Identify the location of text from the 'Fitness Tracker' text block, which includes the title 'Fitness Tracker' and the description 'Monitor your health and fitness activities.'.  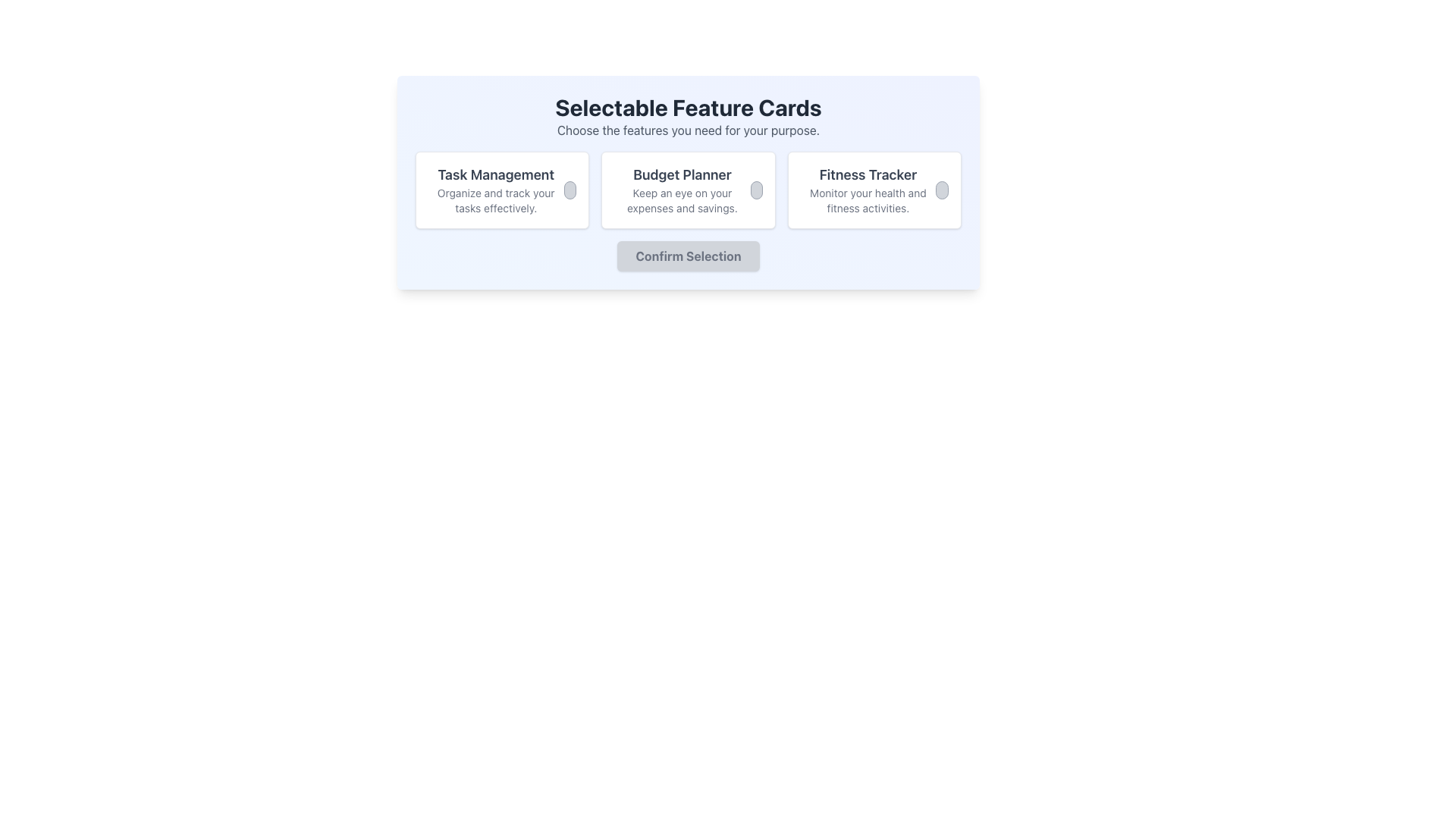
(868, 189).